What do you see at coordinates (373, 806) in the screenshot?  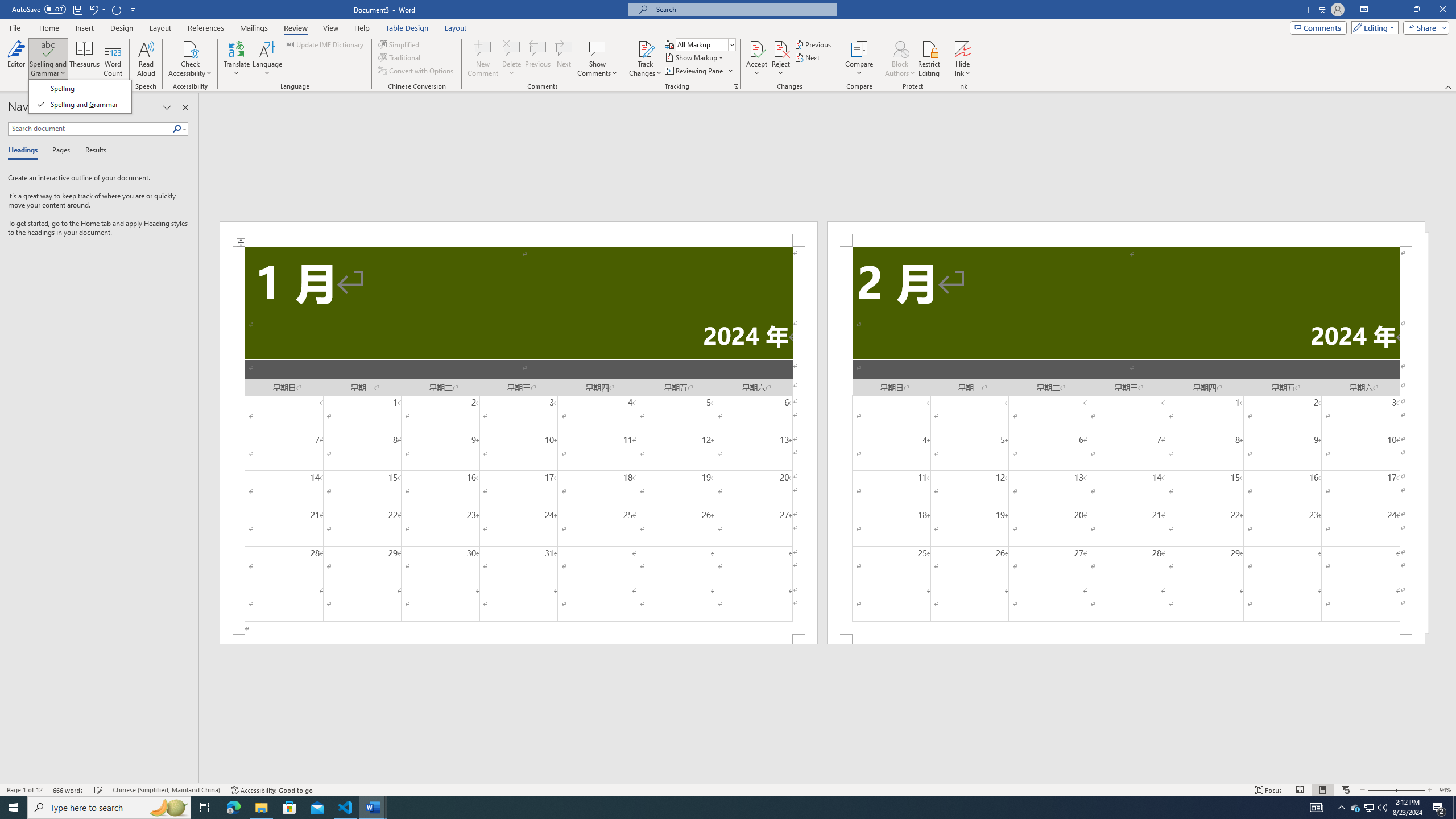 I see `'Word - 2 running windows'` at bounding box center [373, 806].